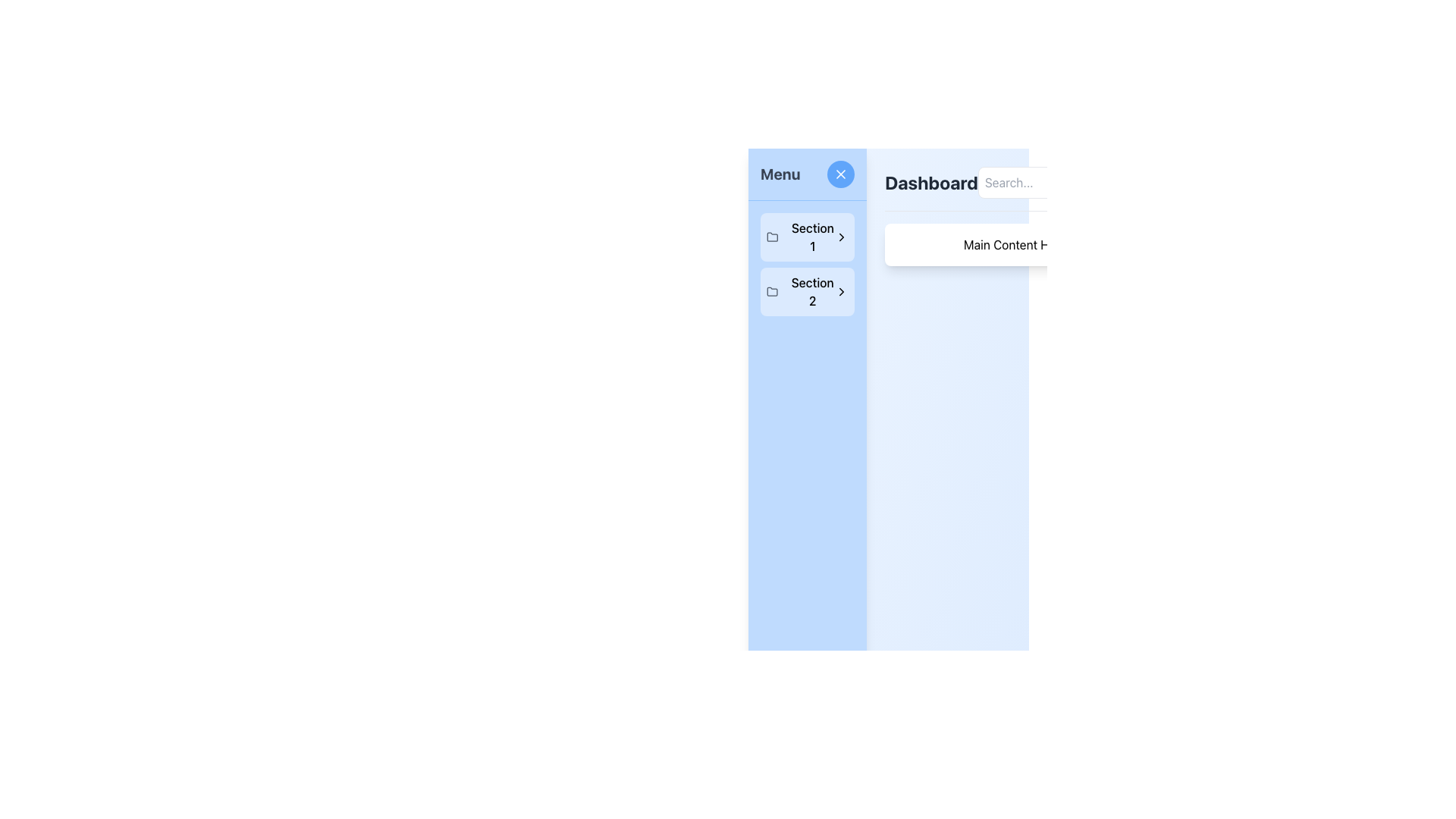 The height and width of the screenshot is (819, 1456). I want to click on the text label that serves as a header or title, indicating the current section or content focus, located to the leftmost side adjacent to a search bar and icon, so click(930, 181).